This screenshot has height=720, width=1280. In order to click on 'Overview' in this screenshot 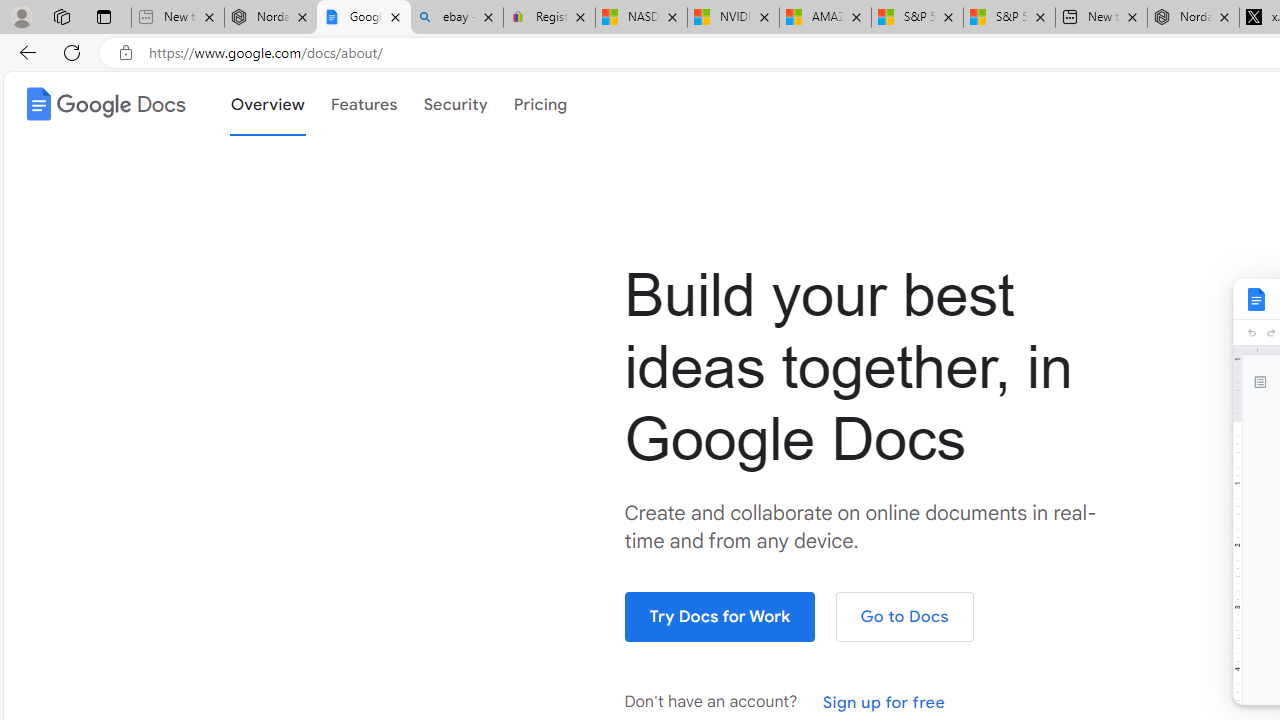, I will do `click(266, 102)`.